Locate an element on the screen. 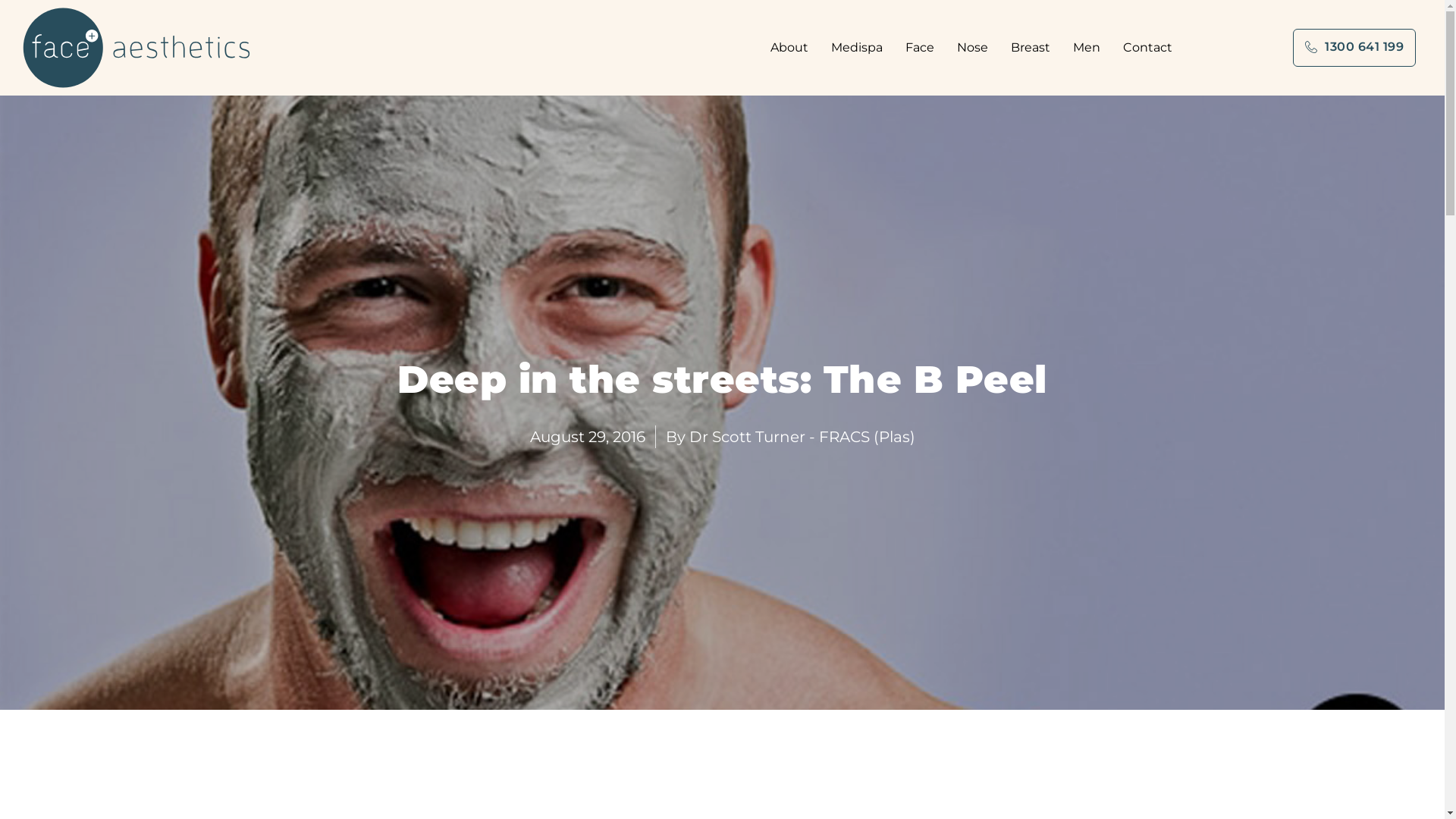 The image size is (1456, 819). 'Men' is located at coordinates (1090, 46).